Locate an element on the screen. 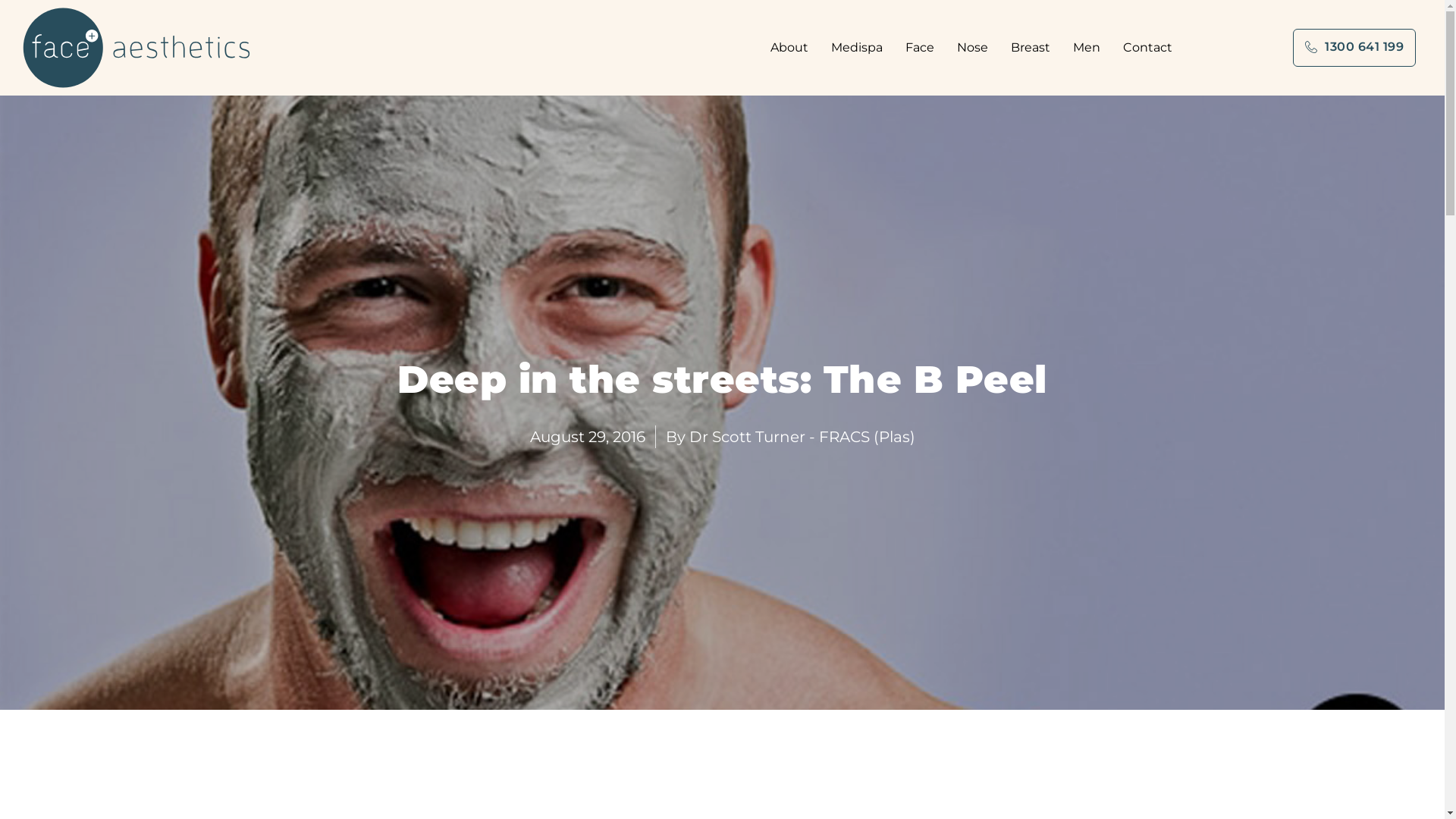 The image size is (1456, 819). 'Men' is located at coordinates (1090, 46).